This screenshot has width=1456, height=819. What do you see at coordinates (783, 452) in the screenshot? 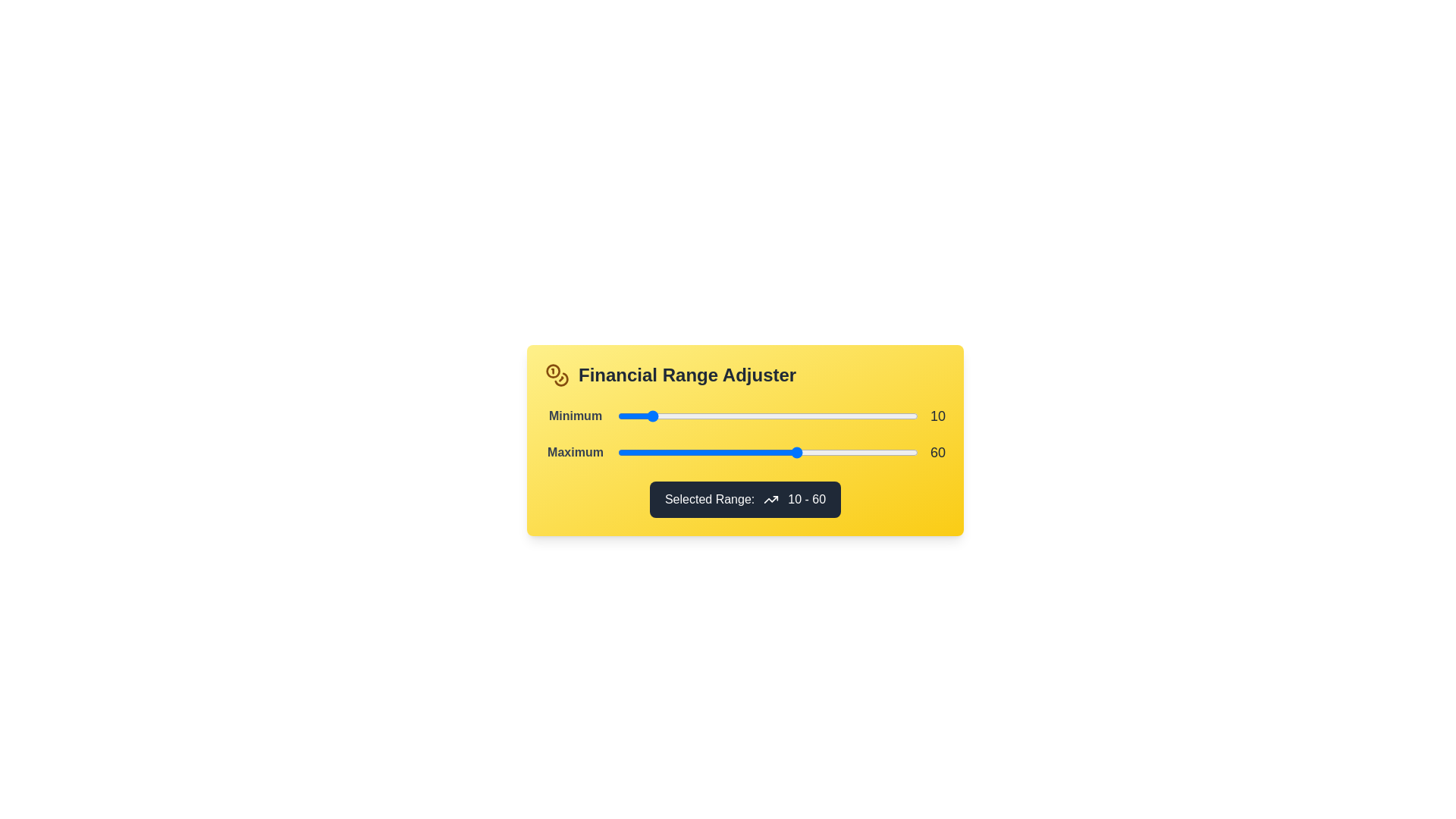
I see `the 'Maximum' range slider to 55` at bounding box center [783, 452].